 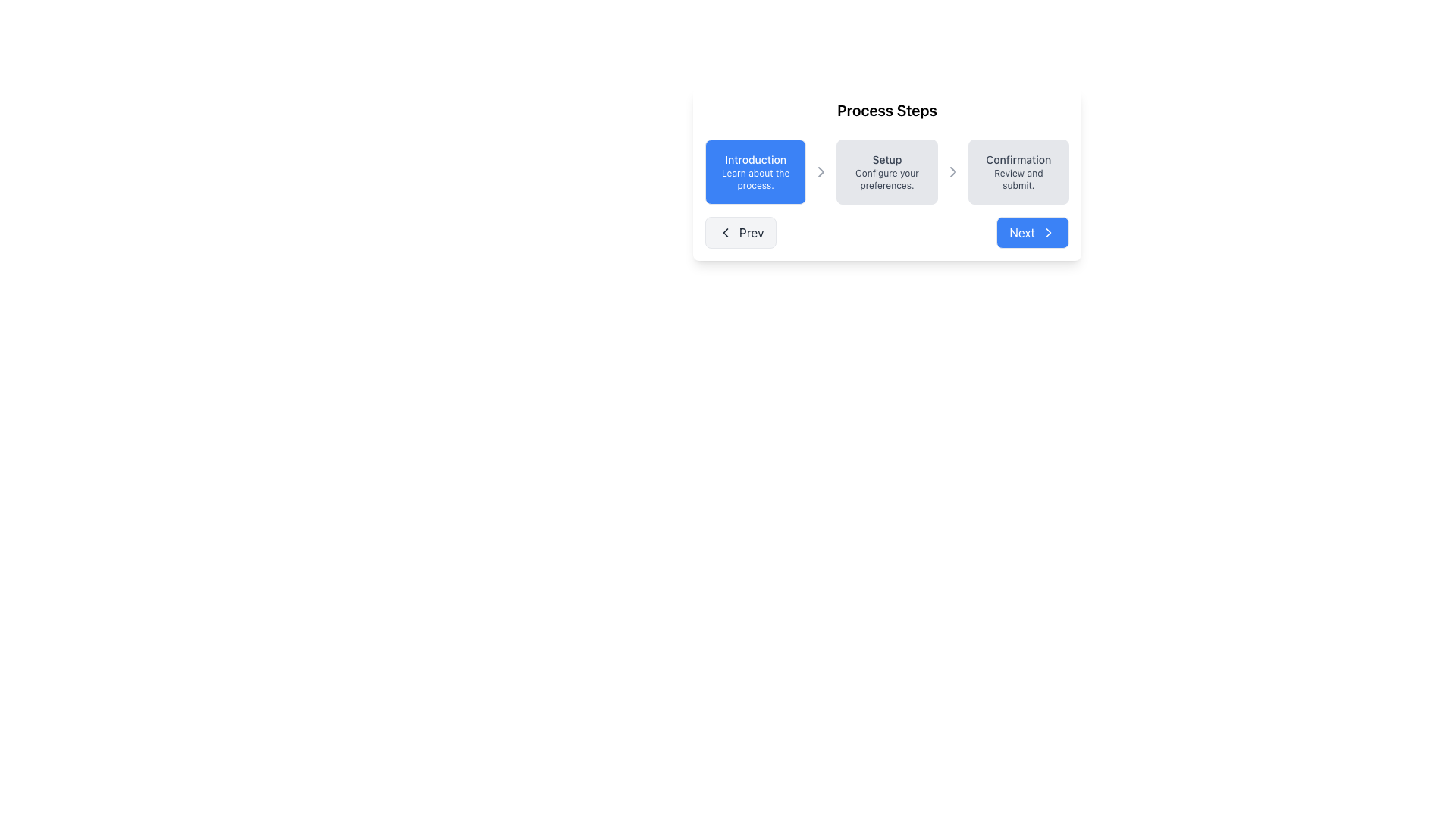 I want to click on the small gray rightward triangle arrow icon located between the 'Introduction' and 'Setup' panels in the process step bar to trigger a tooltip, so click(x=821, y=171).